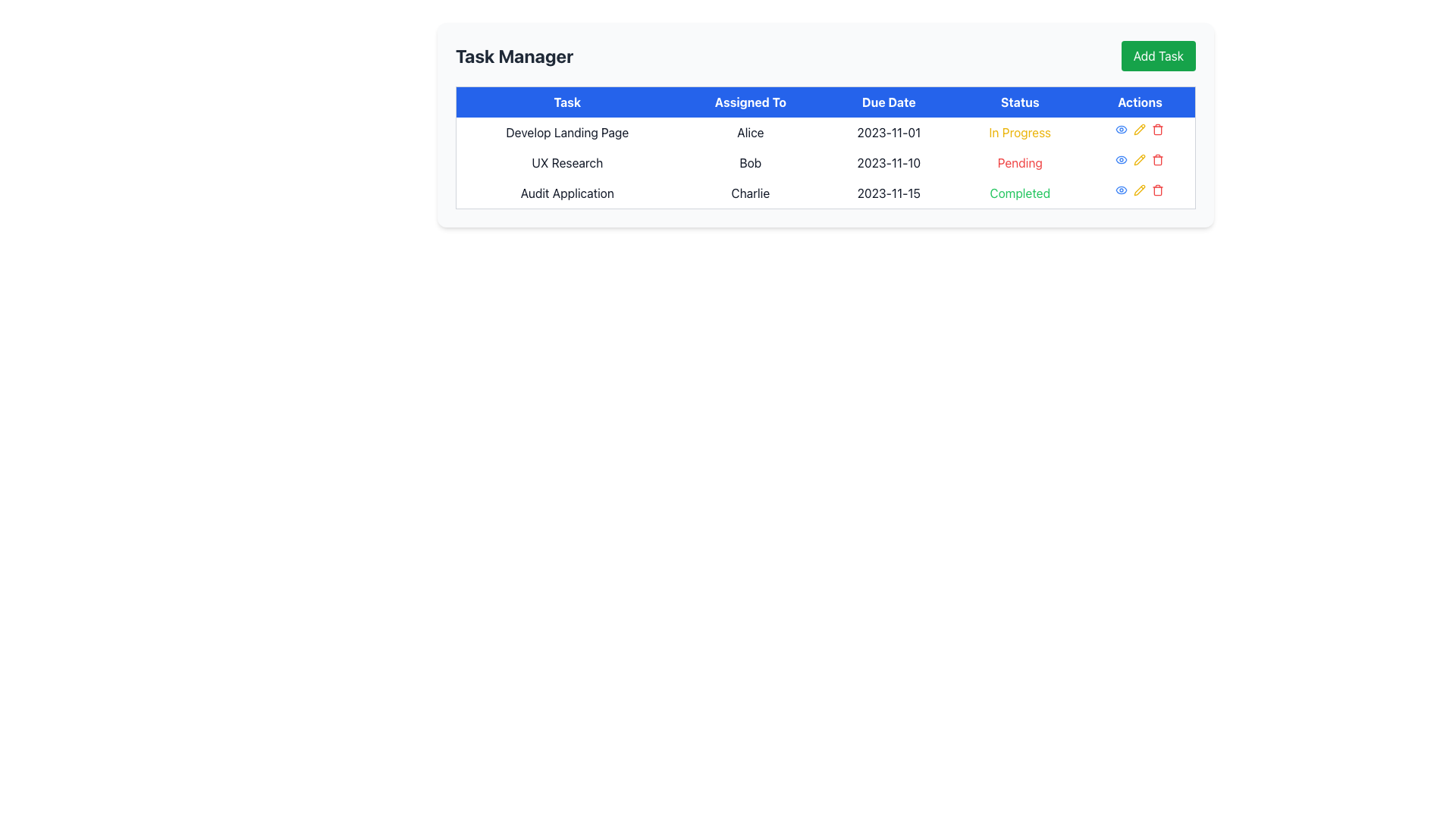 The width and height of the screenshot is (1456, 819). I want to click on the 'Due Date' text label in the third row of the table, which indicates the deadline for a specific task, so click(889, 193).